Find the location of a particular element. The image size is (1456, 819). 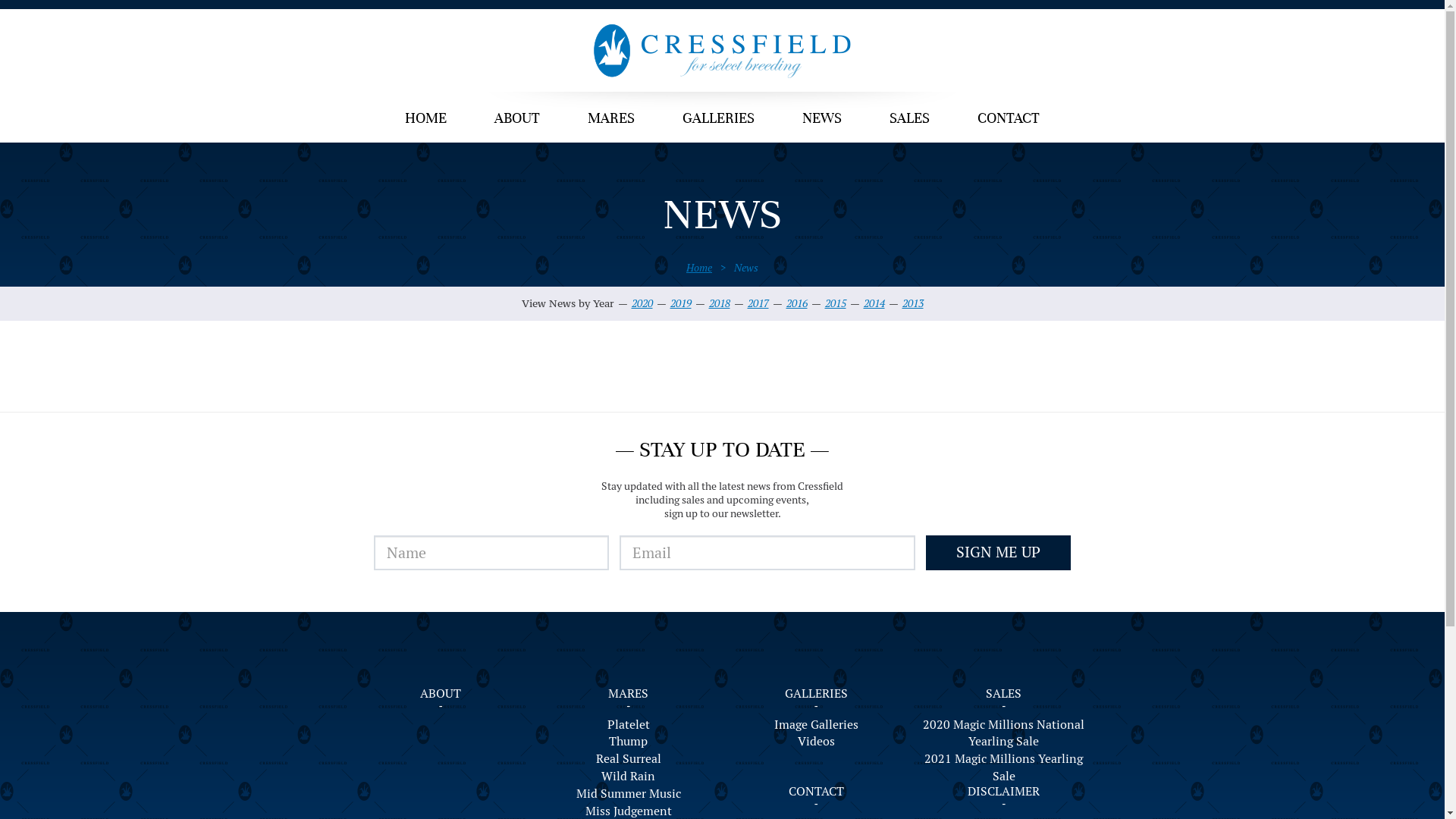

'Real Surreal' is located at coordinates (629, 759).